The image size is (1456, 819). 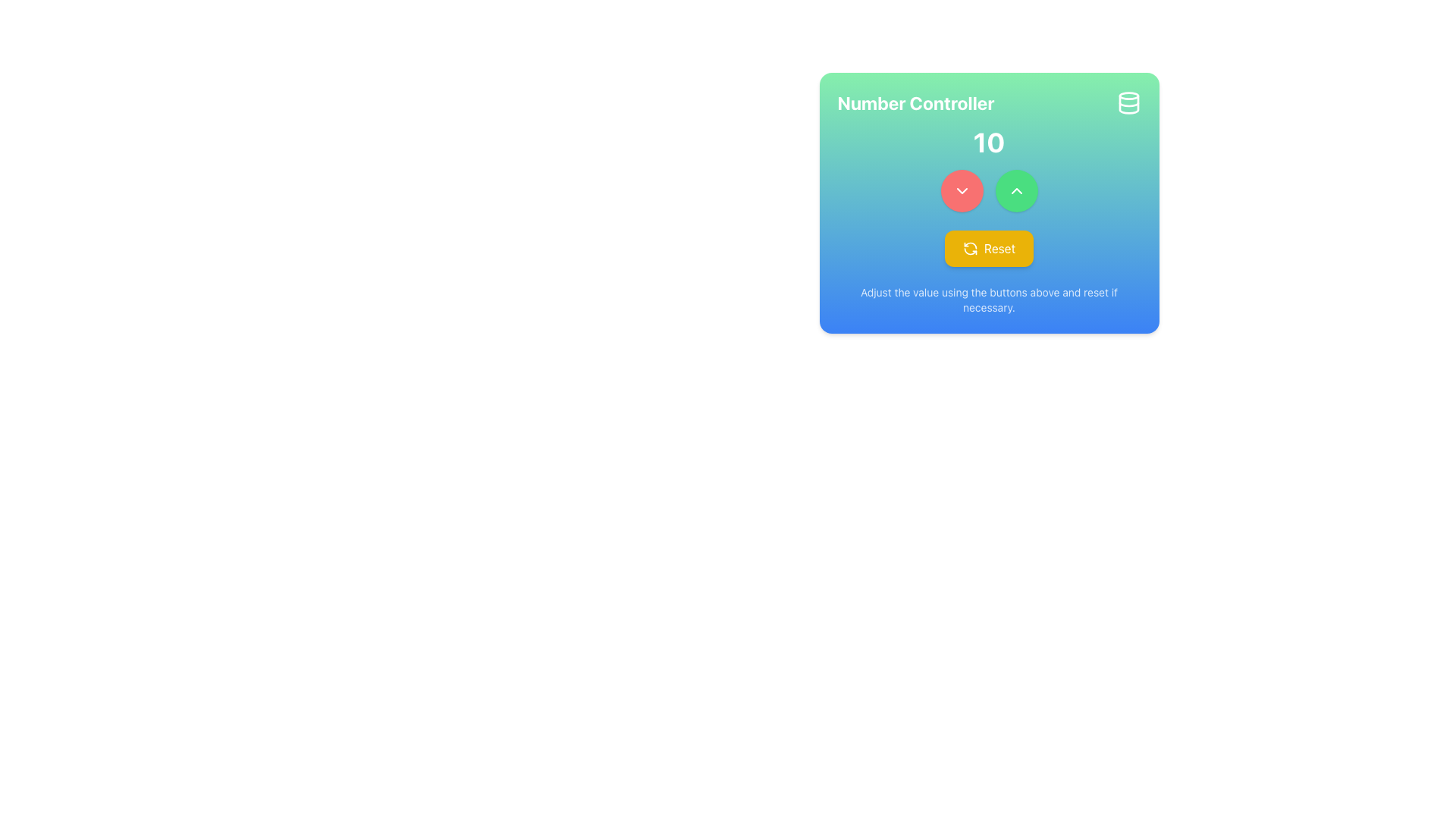 What do you see at coordinates (1016, 190) in the screenshot?
I see `the increment button located to the right of the red button with a downward-pointing chevron icon to observe any visual effects` at bounding box center [1016, 190].